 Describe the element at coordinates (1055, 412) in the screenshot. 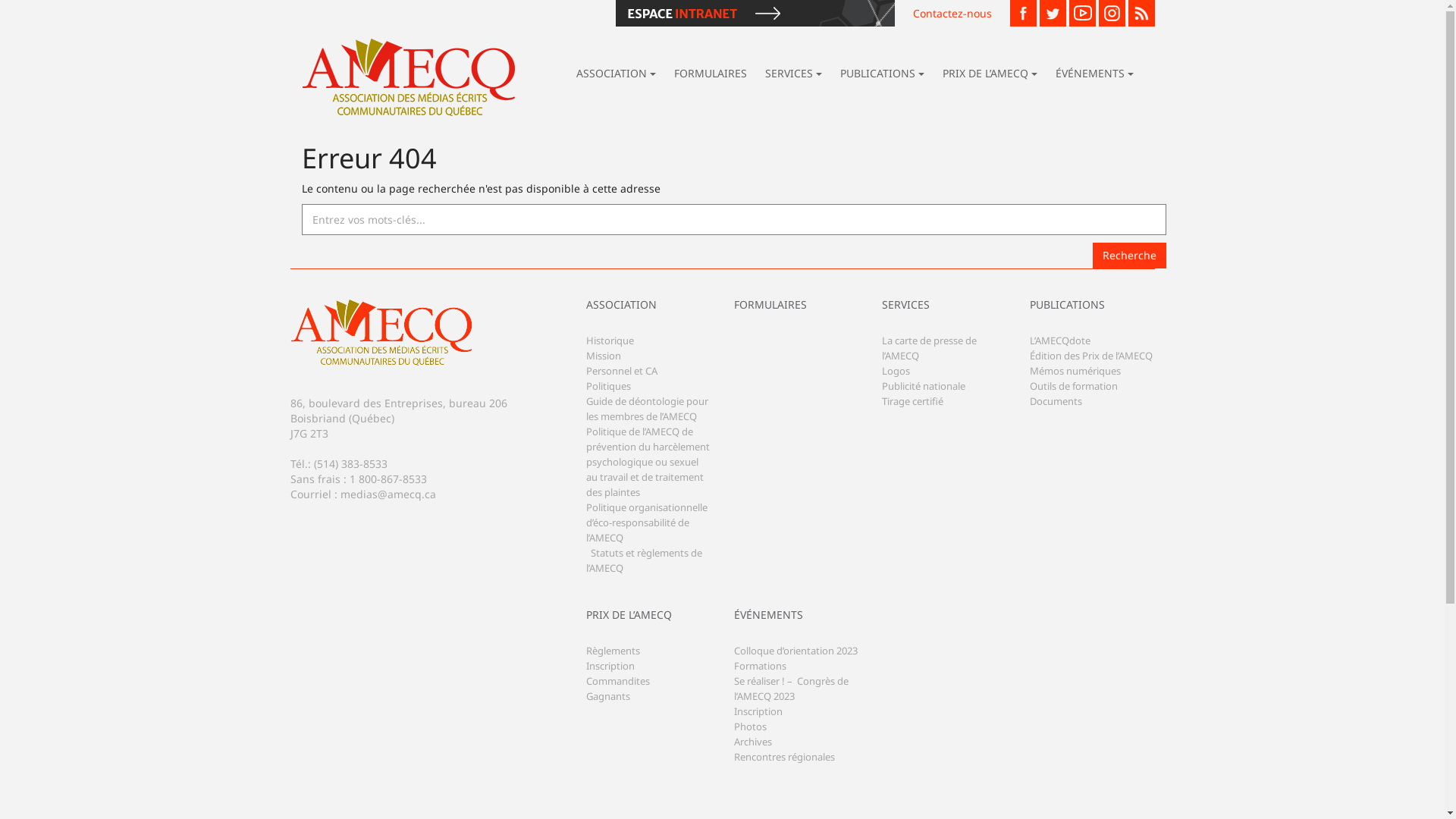

I see `'Documents'` at that location.